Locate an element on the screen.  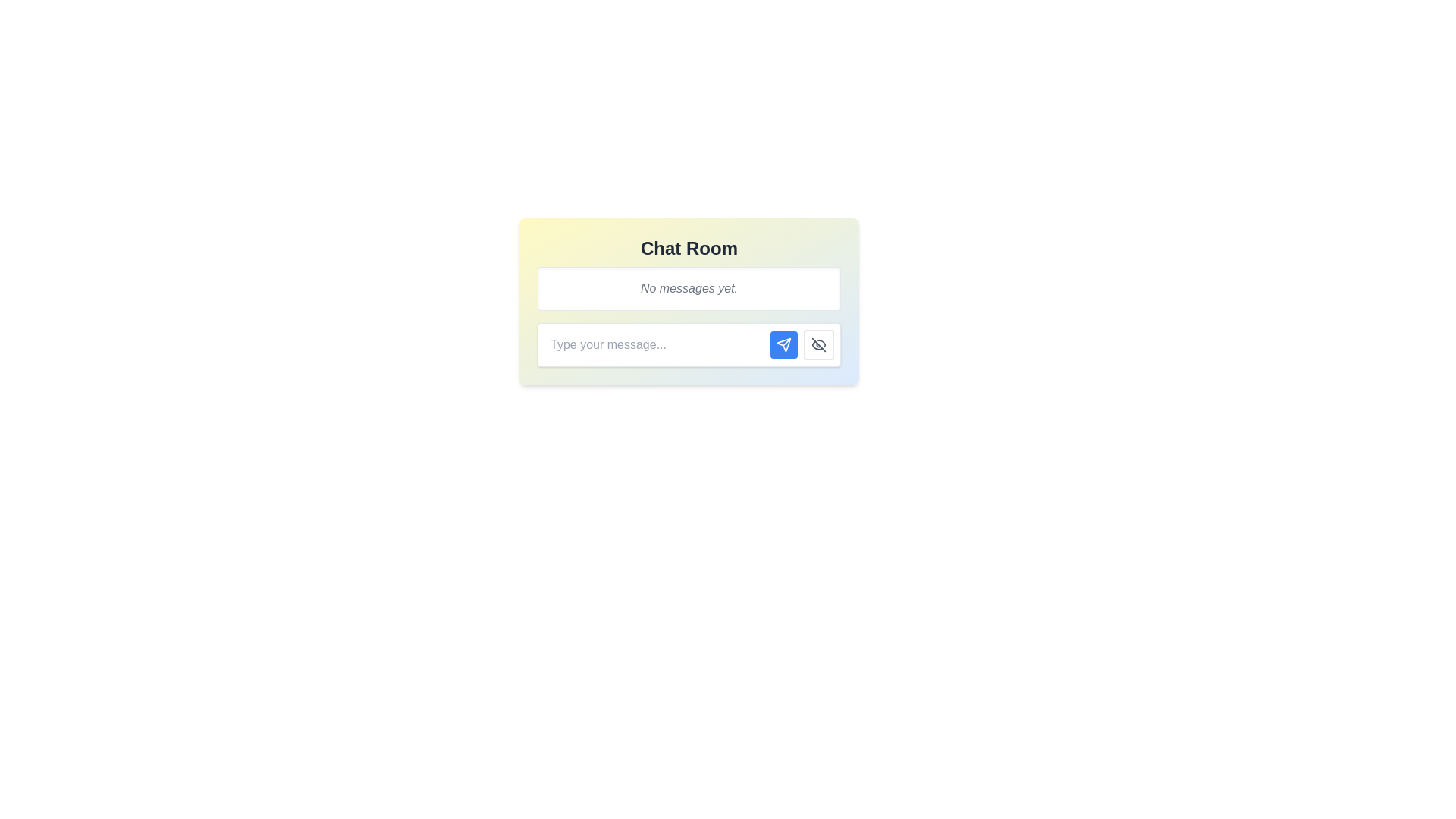
the small triangular graphical figure within the 'send' button icon, which resembles a paper plane, located on the left-bottom side of the icon is located at coordinates (783, 345).